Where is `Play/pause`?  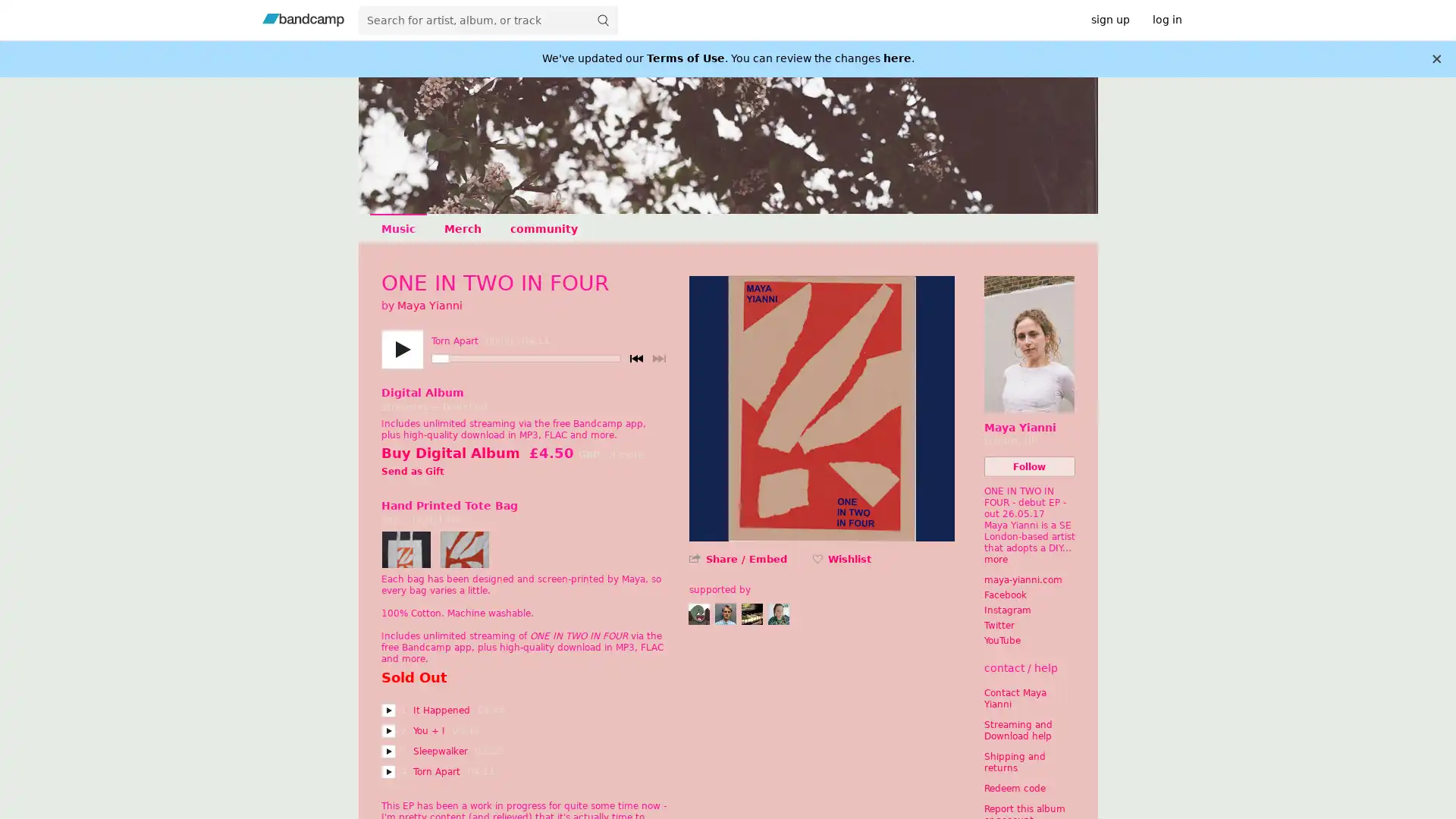
Play/pause is located at coordinates (401, 350).